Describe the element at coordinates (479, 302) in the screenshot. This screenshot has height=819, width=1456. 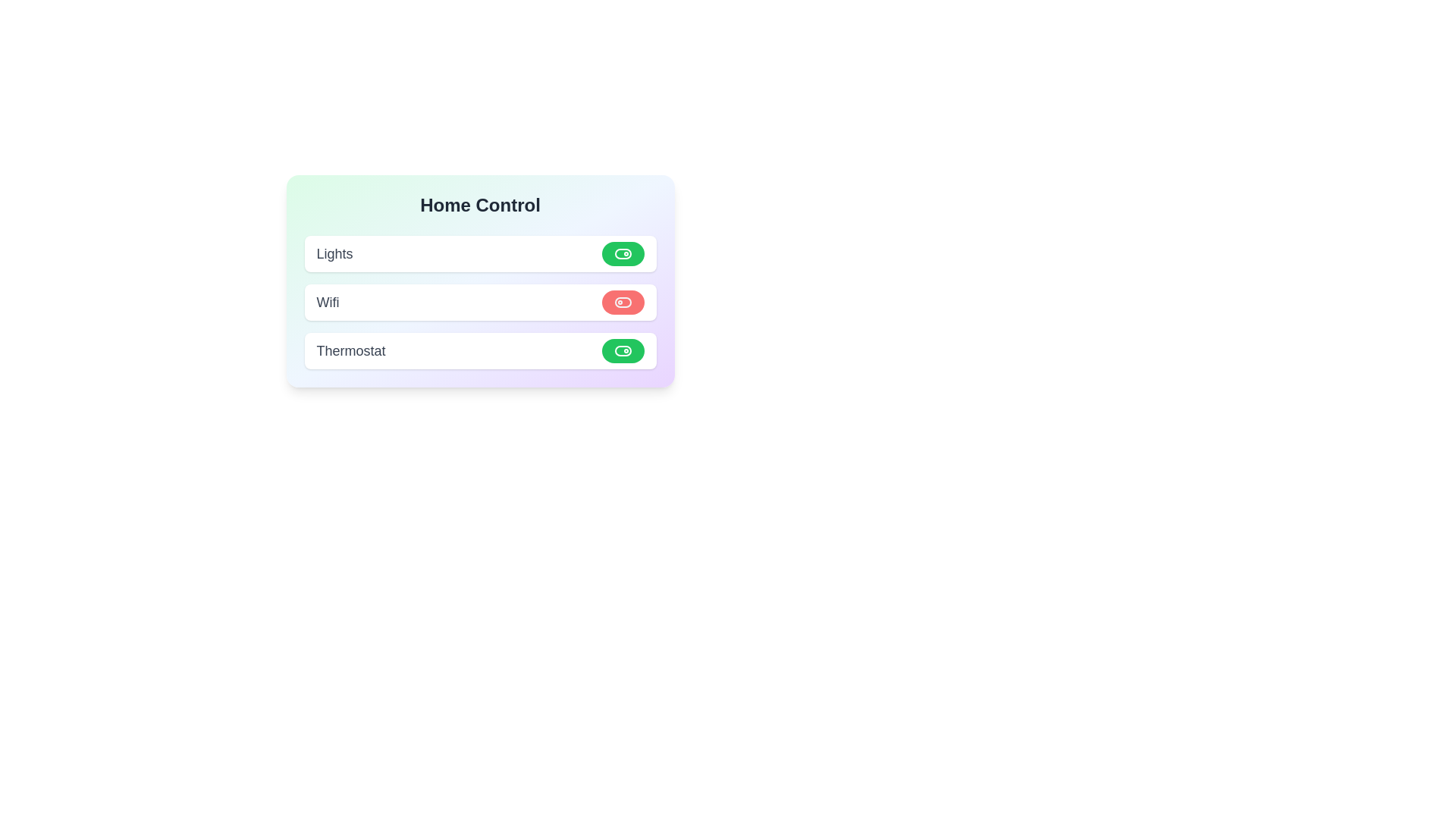
I see `the 'Wifi' toggle section in the Home Control list` at that location.